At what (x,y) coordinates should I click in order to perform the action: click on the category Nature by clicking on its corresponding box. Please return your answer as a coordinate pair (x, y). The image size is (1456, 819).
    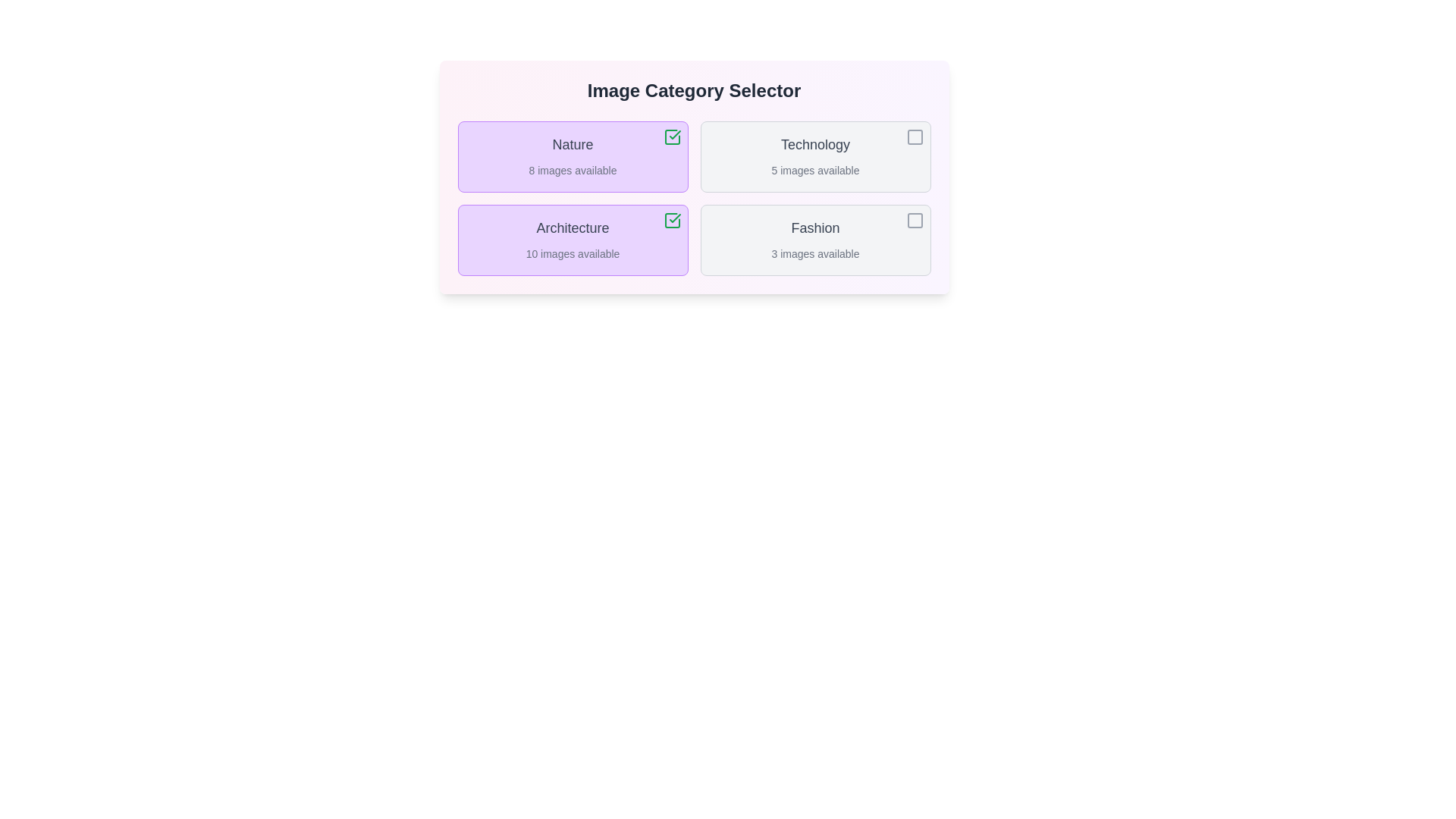
    Looking at the image, I should click on (572, 157).